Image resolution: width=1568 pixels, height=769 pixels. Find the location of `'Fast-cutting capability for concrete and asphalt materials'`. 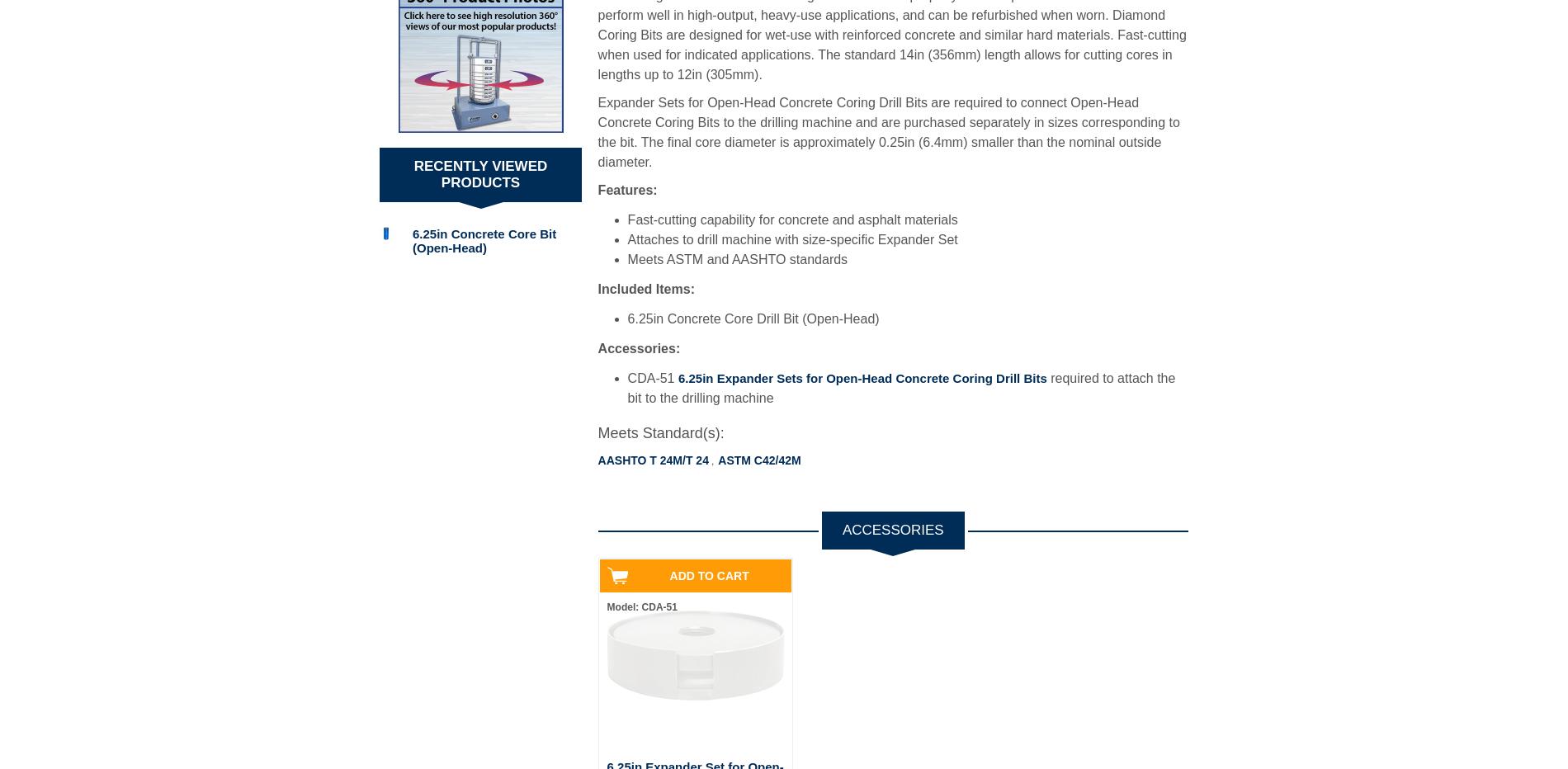

'Fast-cutting capability for concrete and asphalt materials' is located at coordinates (792, 219).